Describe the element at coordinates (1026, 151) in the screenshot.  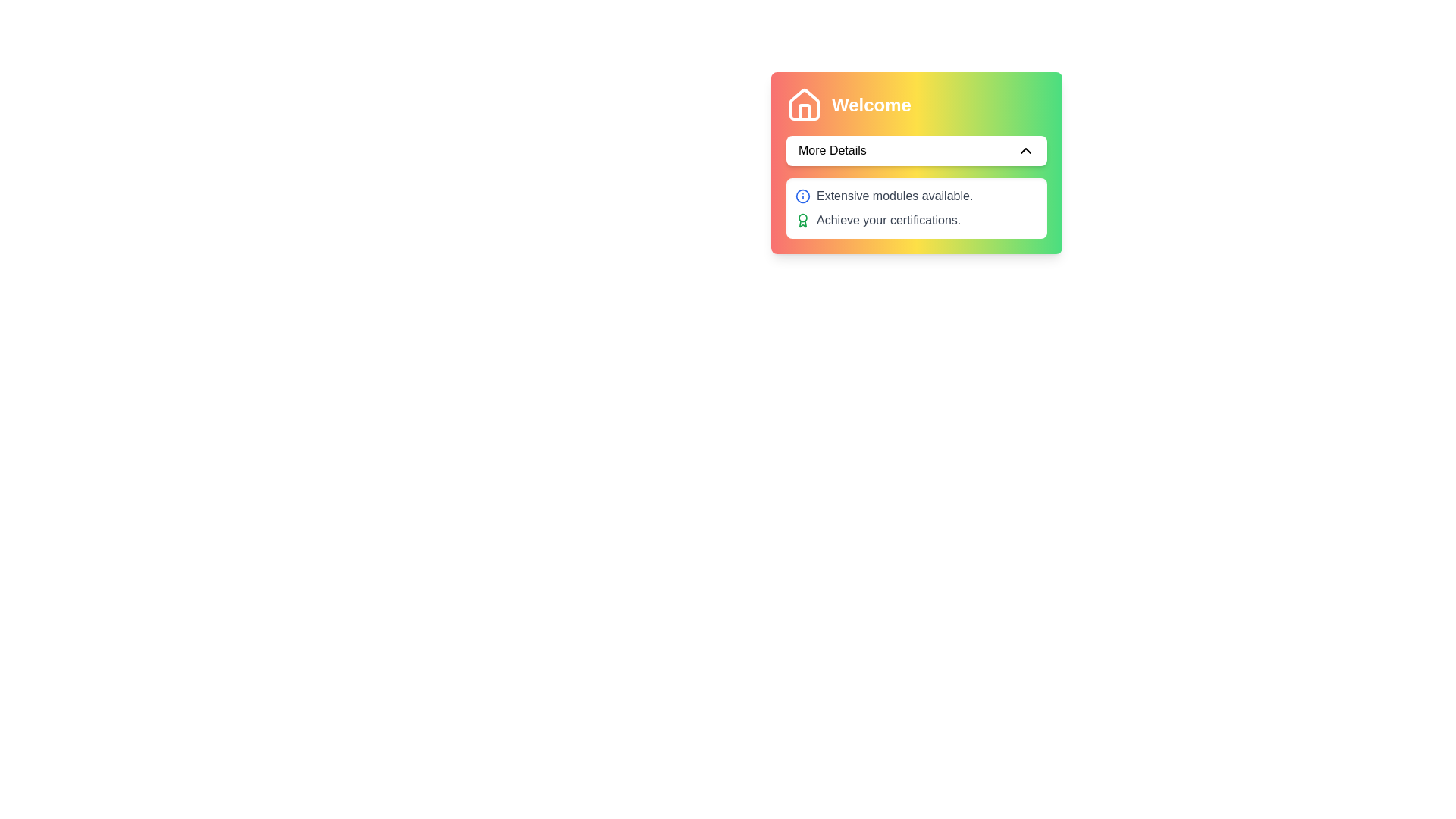
I see `the Chevron Icon next to the 'More Details' text to trigger a visual reaction` at that location.